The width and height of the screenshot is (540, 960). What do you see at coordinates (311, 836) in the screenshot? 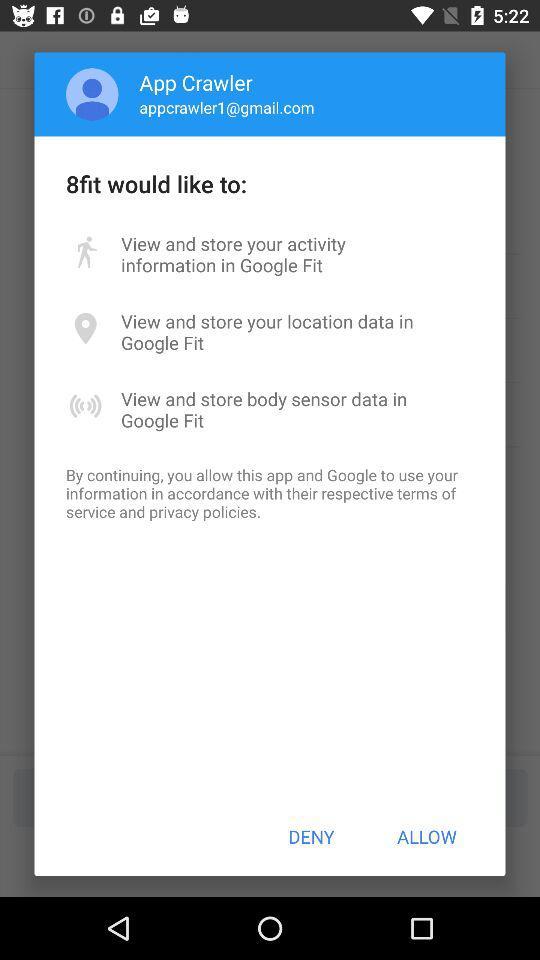
I see `icon next to the allow icon` at bounding box center [311, 836].